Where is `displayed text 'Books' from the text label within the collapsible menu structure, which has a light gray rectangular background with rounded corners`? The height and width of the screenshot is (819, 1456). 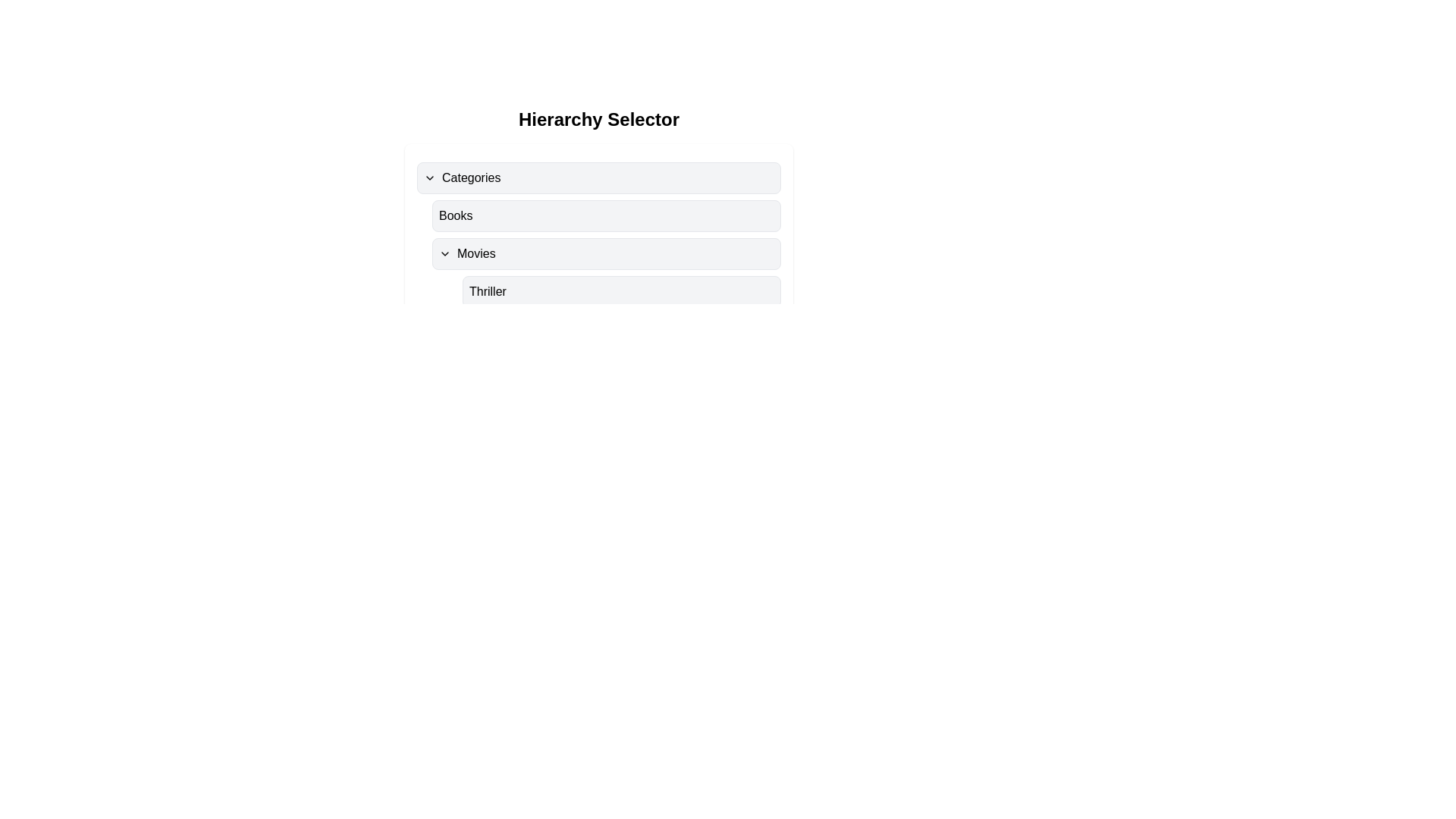
displayed text 'Books' from the text label within the collapsible menu structure, which has a light gray rectangular background with rounded corners is located at coordinates (455, 216).